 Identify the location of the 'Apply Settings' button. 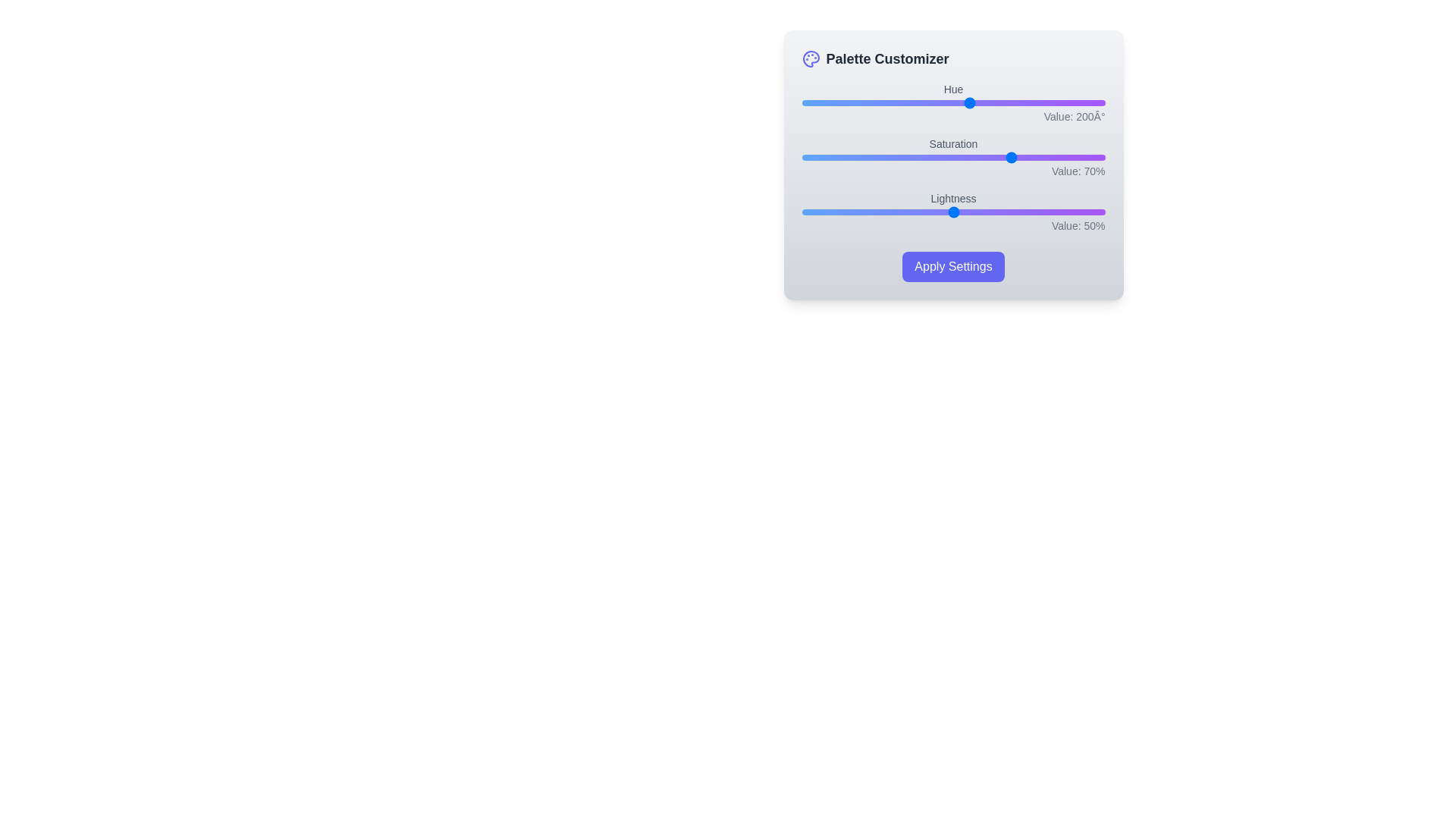
(952, 265).